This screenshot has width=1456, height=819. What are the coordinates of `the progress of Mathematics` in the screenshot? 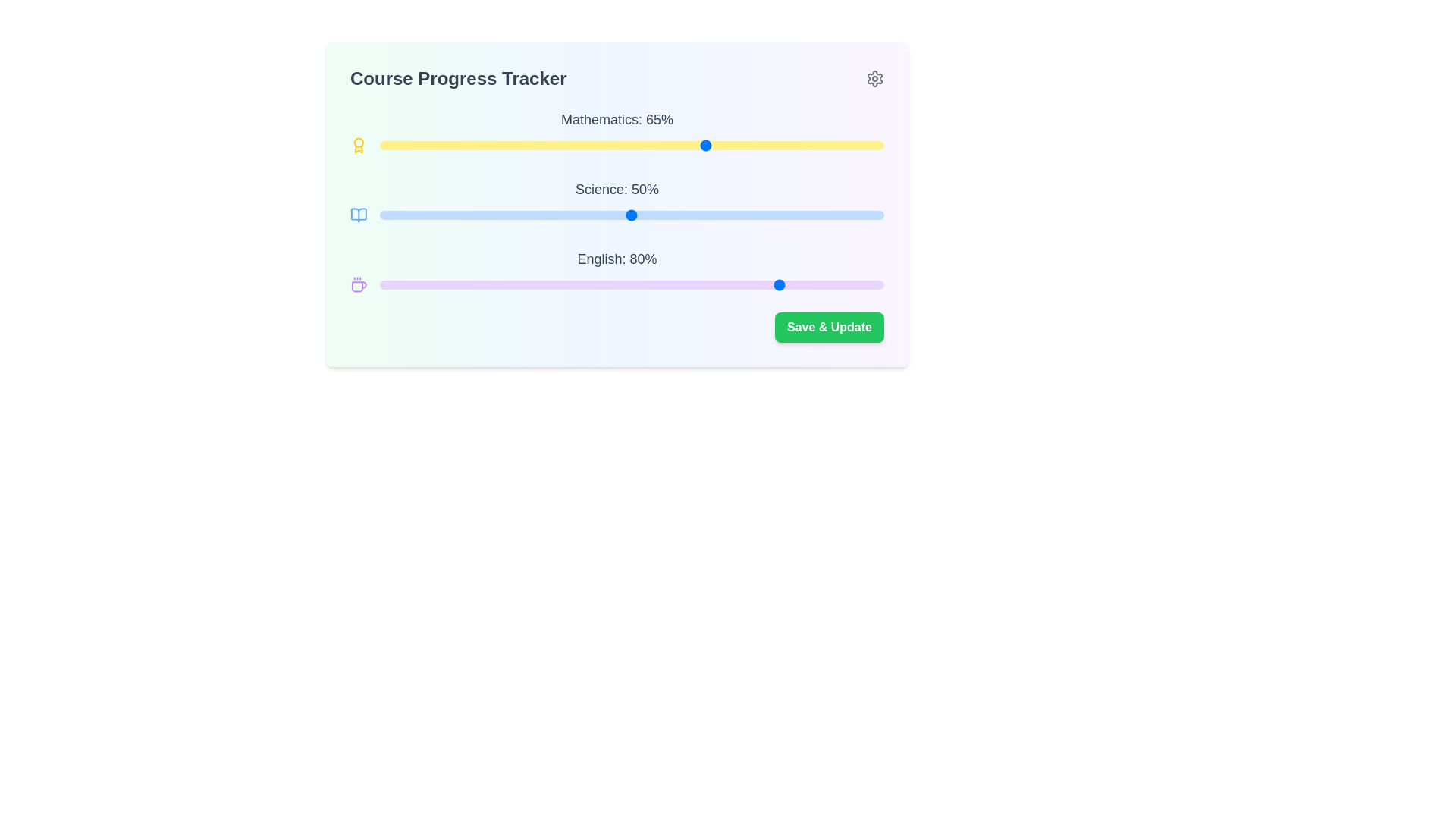 It's located at (864, 146).